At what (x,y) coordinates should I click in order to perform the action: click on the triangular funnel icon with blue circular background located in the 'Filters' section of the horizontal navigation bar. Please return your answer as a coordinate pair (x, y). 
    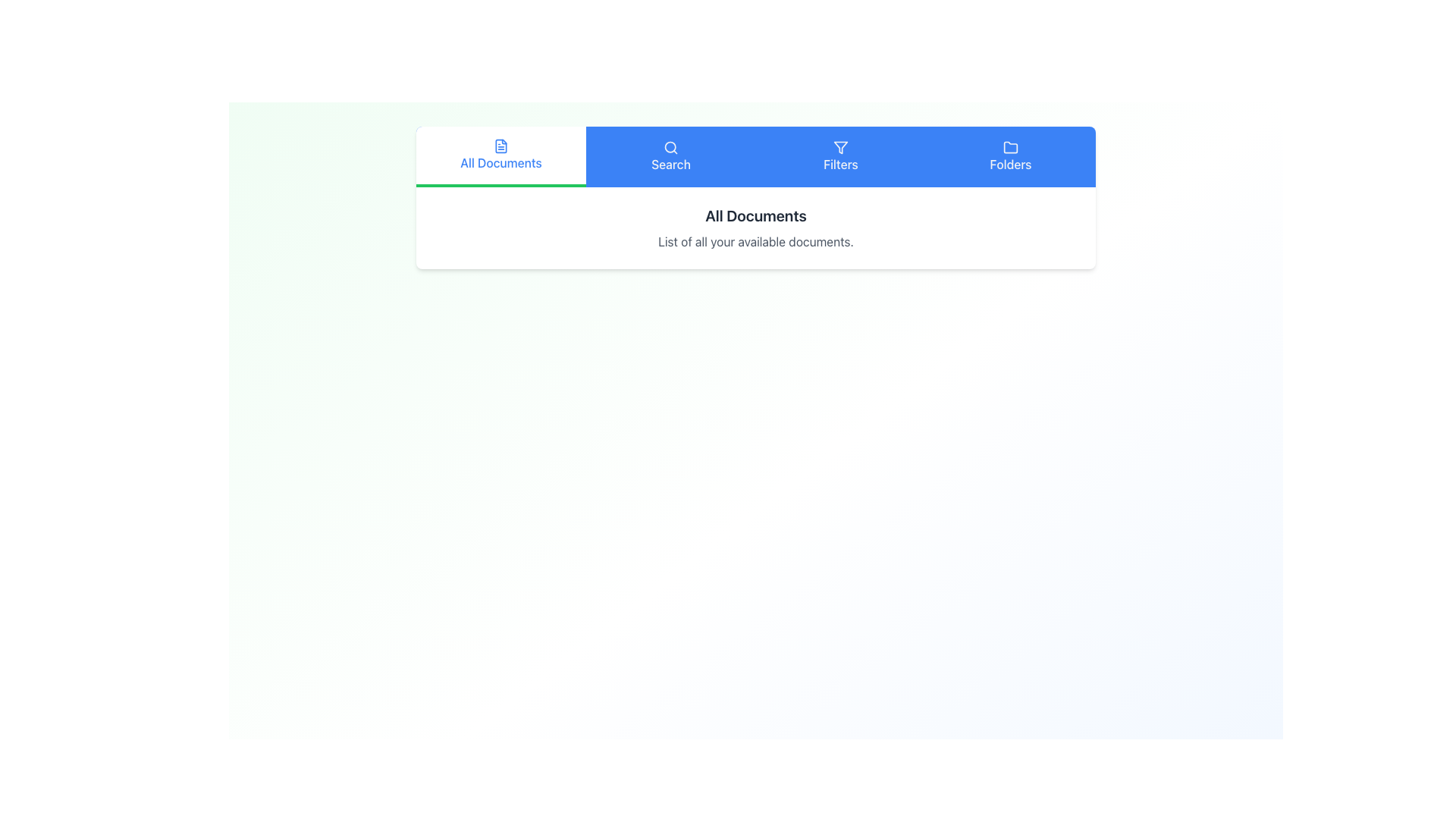
    Looking at the image, I should click on (839, 148).